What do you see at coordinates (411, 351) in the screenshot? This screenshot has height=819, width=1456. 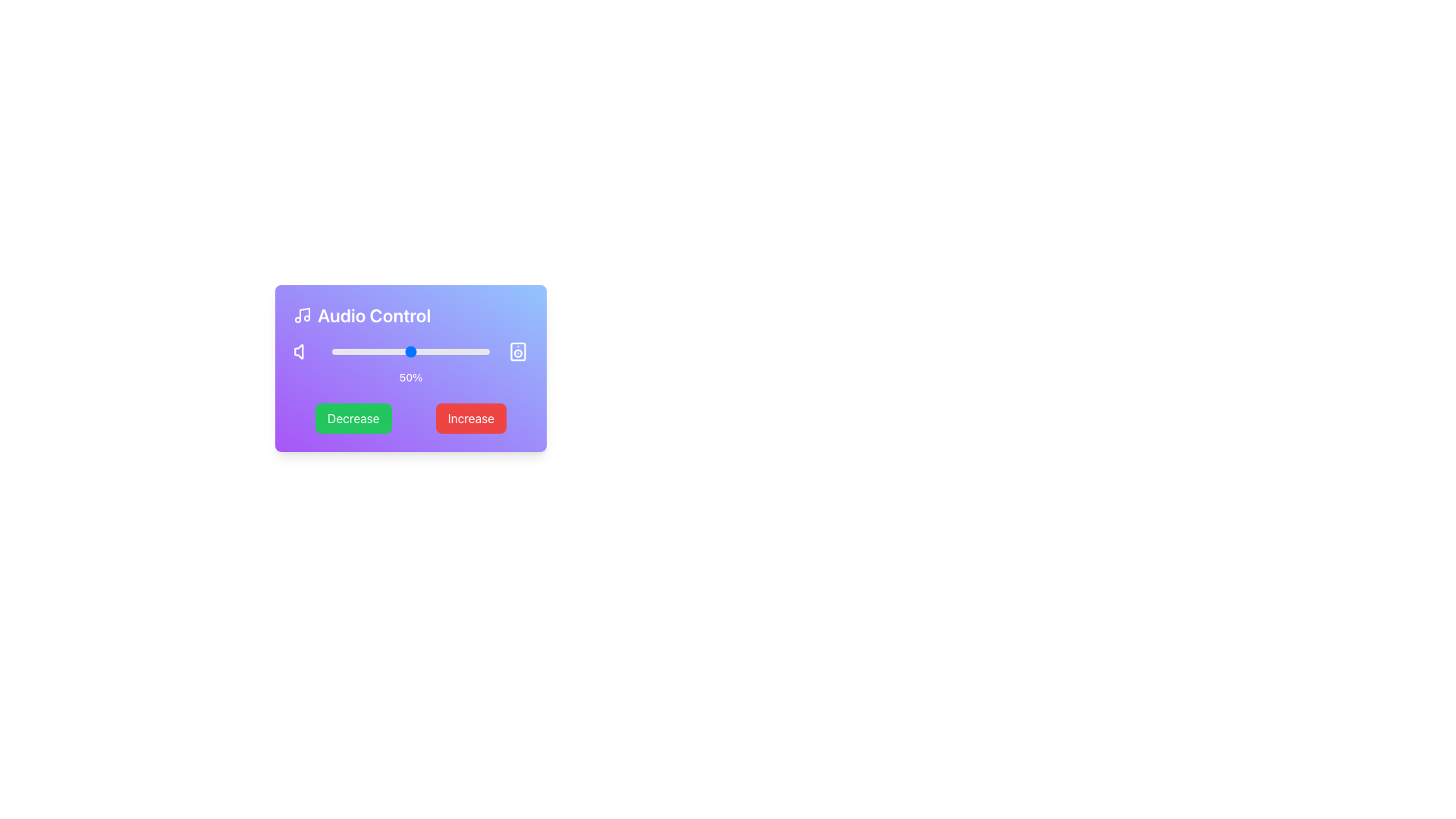 I see `the slider` at bounding box center [411, 351].